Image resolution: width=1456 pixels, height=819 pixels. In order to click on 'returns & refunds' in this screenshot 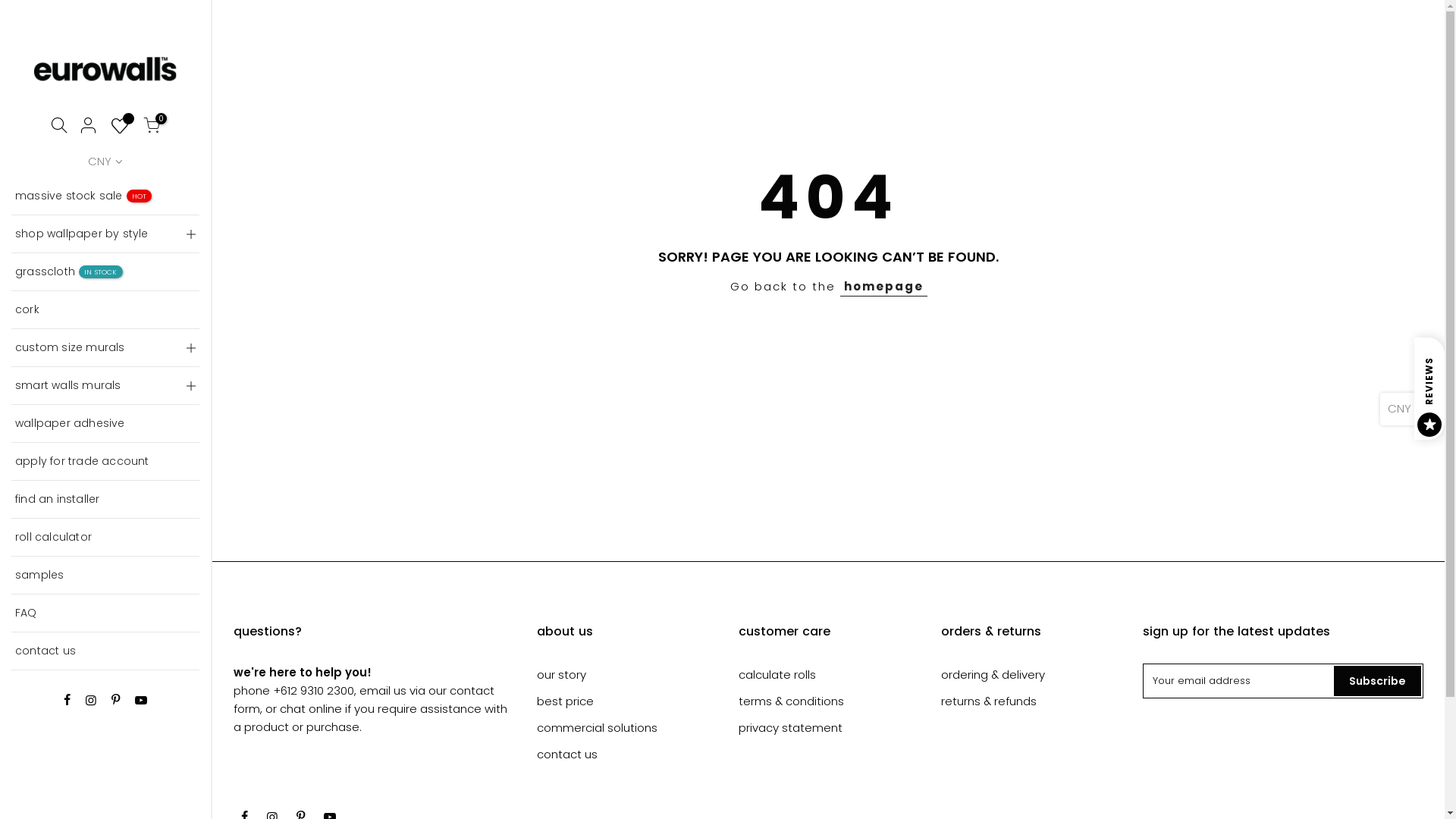, I will do `click(989, 701)`.